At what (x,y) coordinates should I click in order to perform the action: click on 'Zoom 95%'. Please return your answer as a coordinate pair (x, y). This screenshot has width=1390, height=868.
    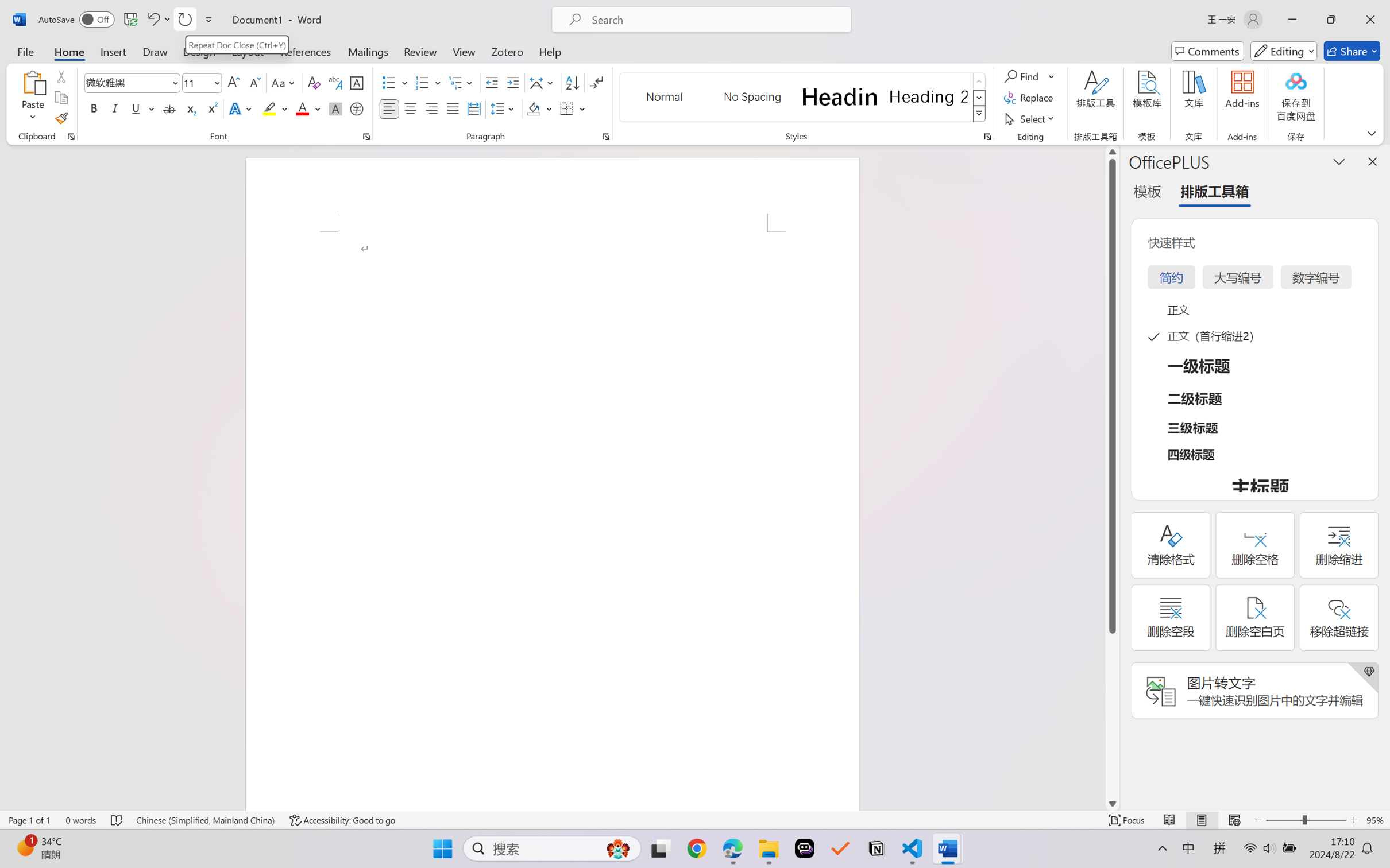
    Looking at the image, I should click on (1375, 820).